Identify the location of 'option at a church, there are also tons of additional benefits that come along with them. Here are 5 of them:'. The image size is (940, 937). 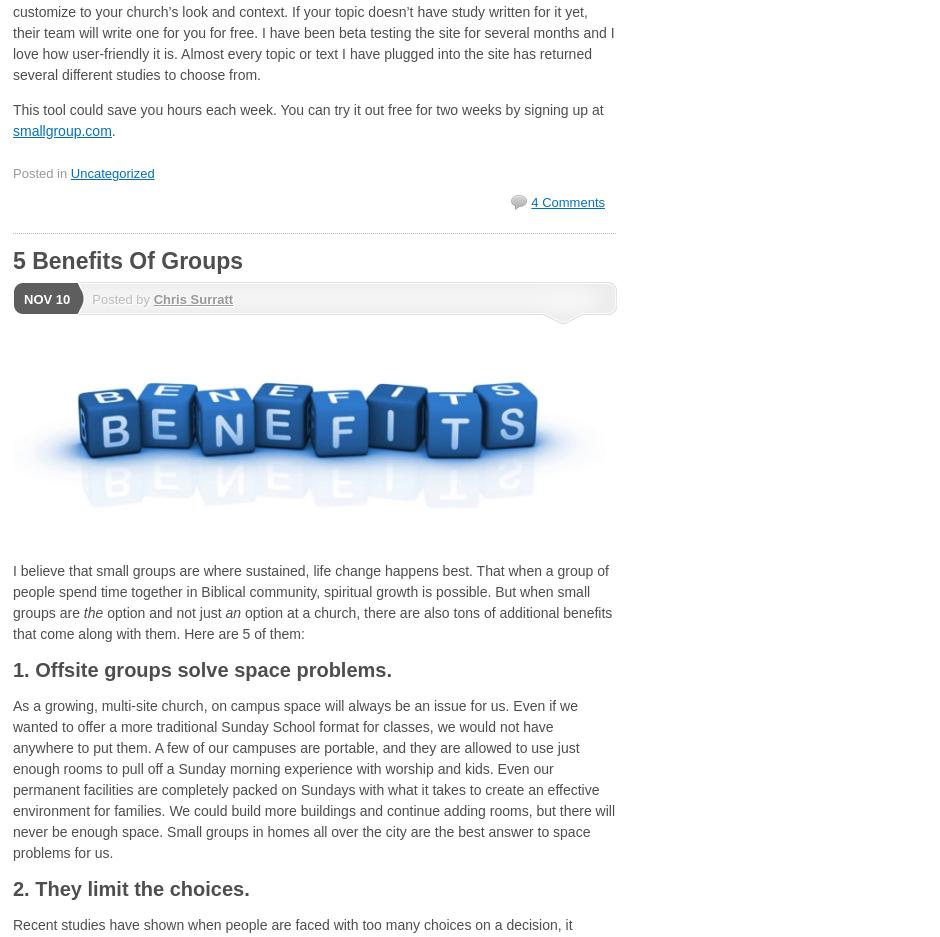
(311, 622).